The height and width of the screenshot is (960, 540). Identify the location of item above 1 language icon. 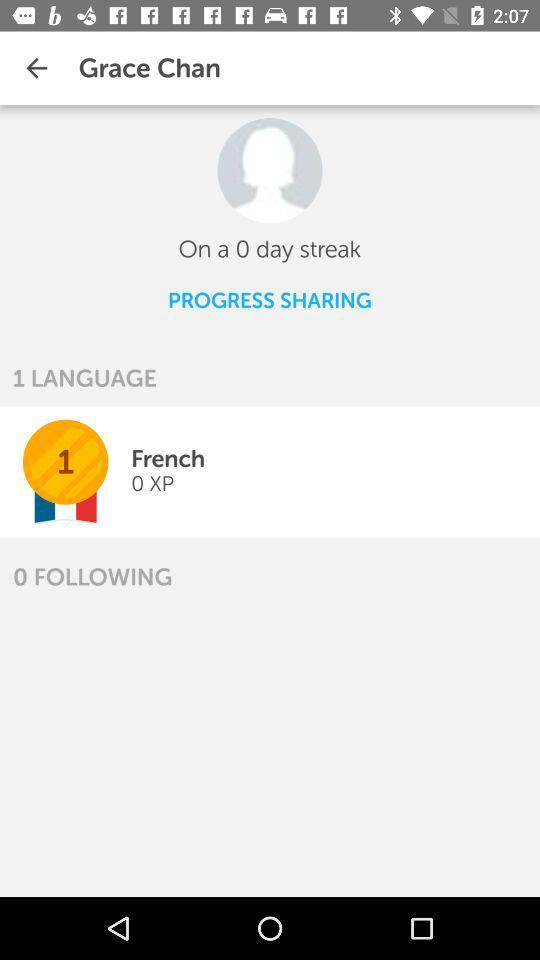
(36, 68).